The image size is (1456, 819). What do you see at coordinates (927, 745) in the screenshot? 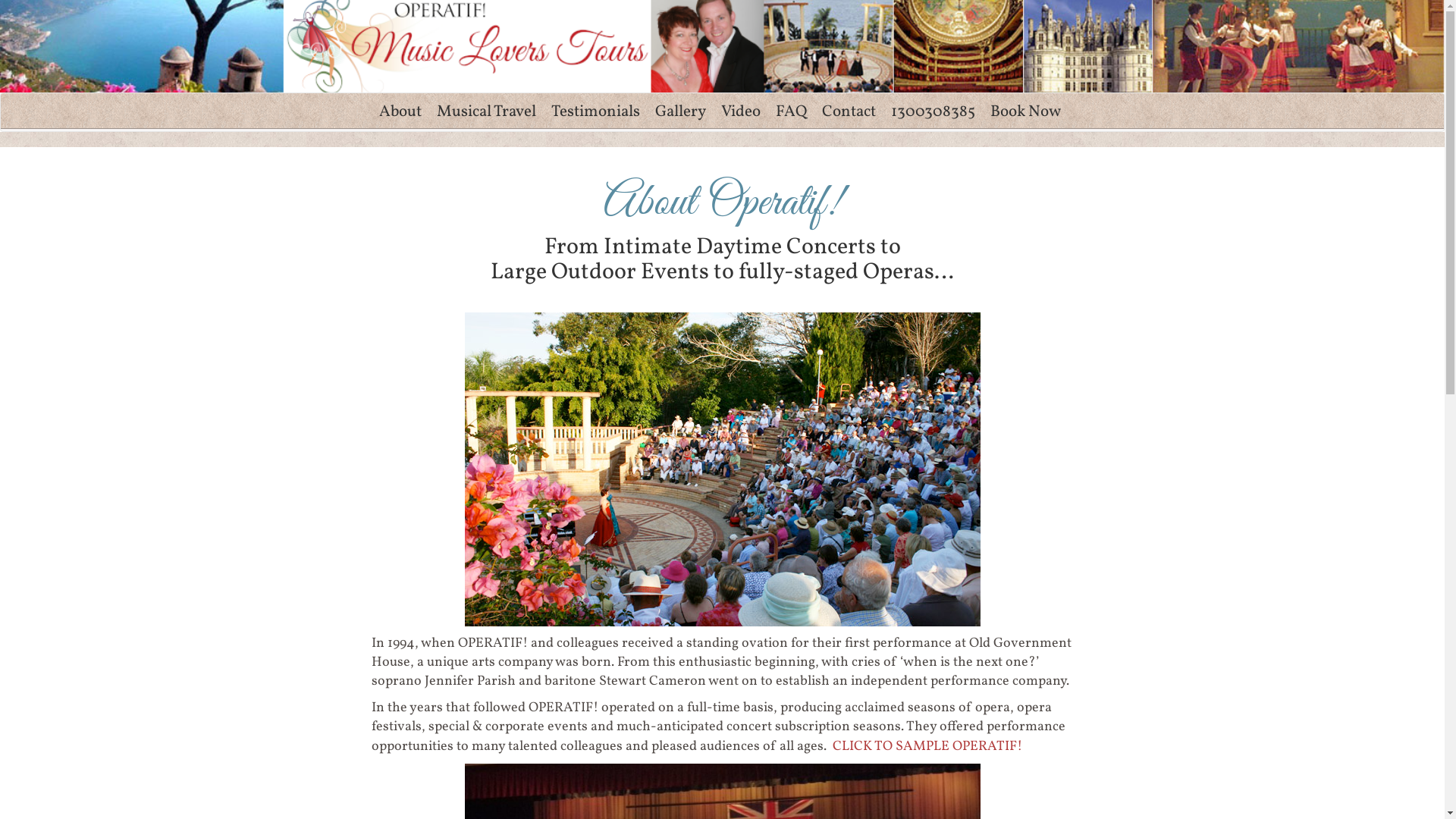
I see `'CLICK TO SAMPLE OPERATIF!'` at bounding box center [927, 745].